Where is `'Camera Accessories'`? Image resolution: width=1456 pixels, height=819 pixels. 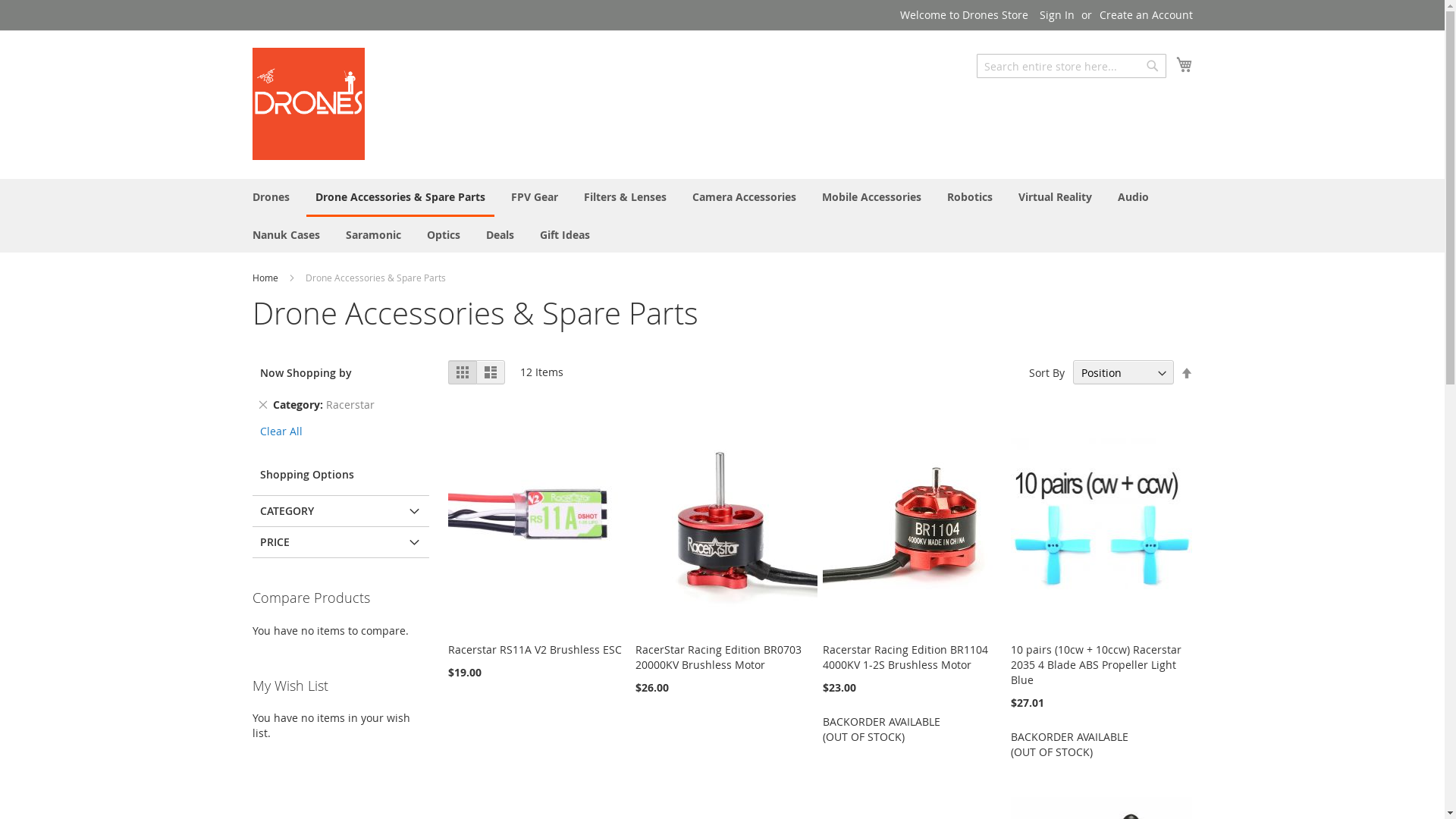
'Camera Accessories' is located at coordinates (743, 196).